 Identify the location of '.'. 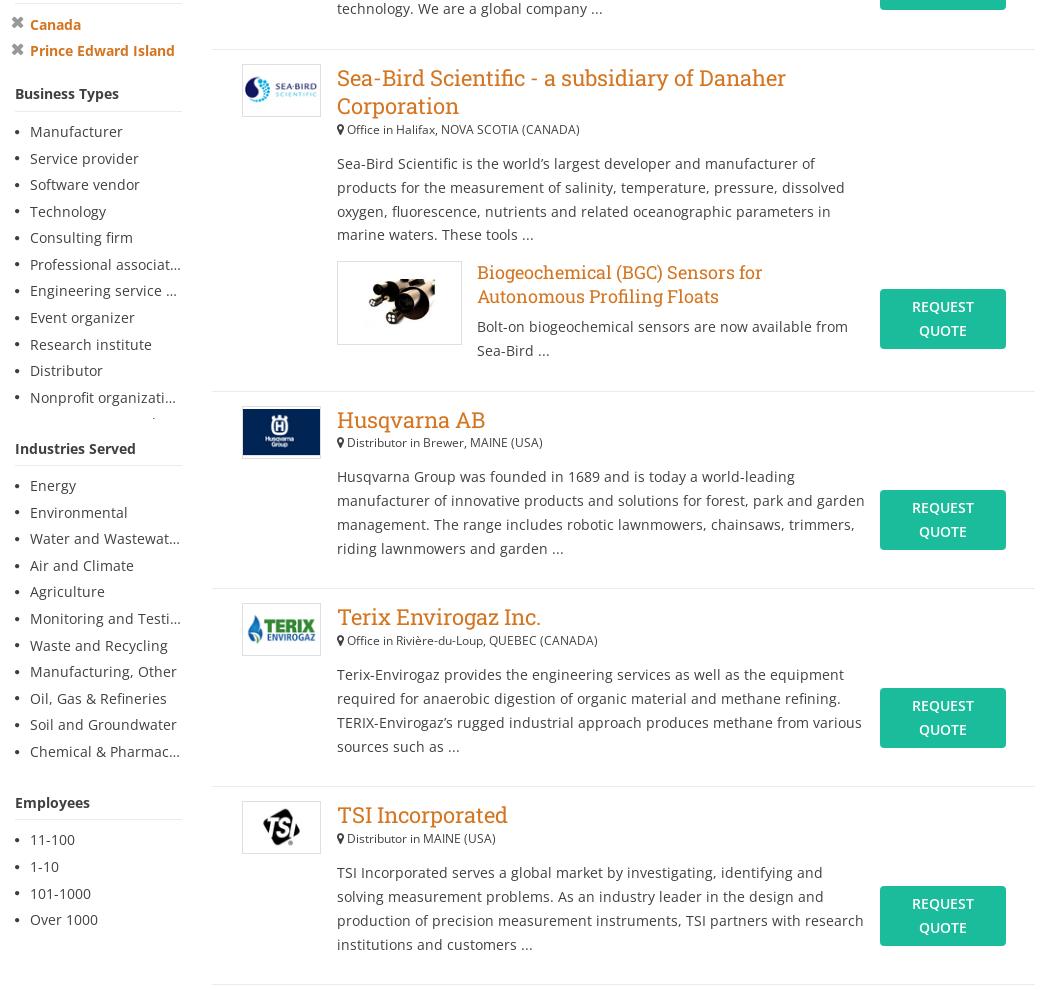
(628, 350).